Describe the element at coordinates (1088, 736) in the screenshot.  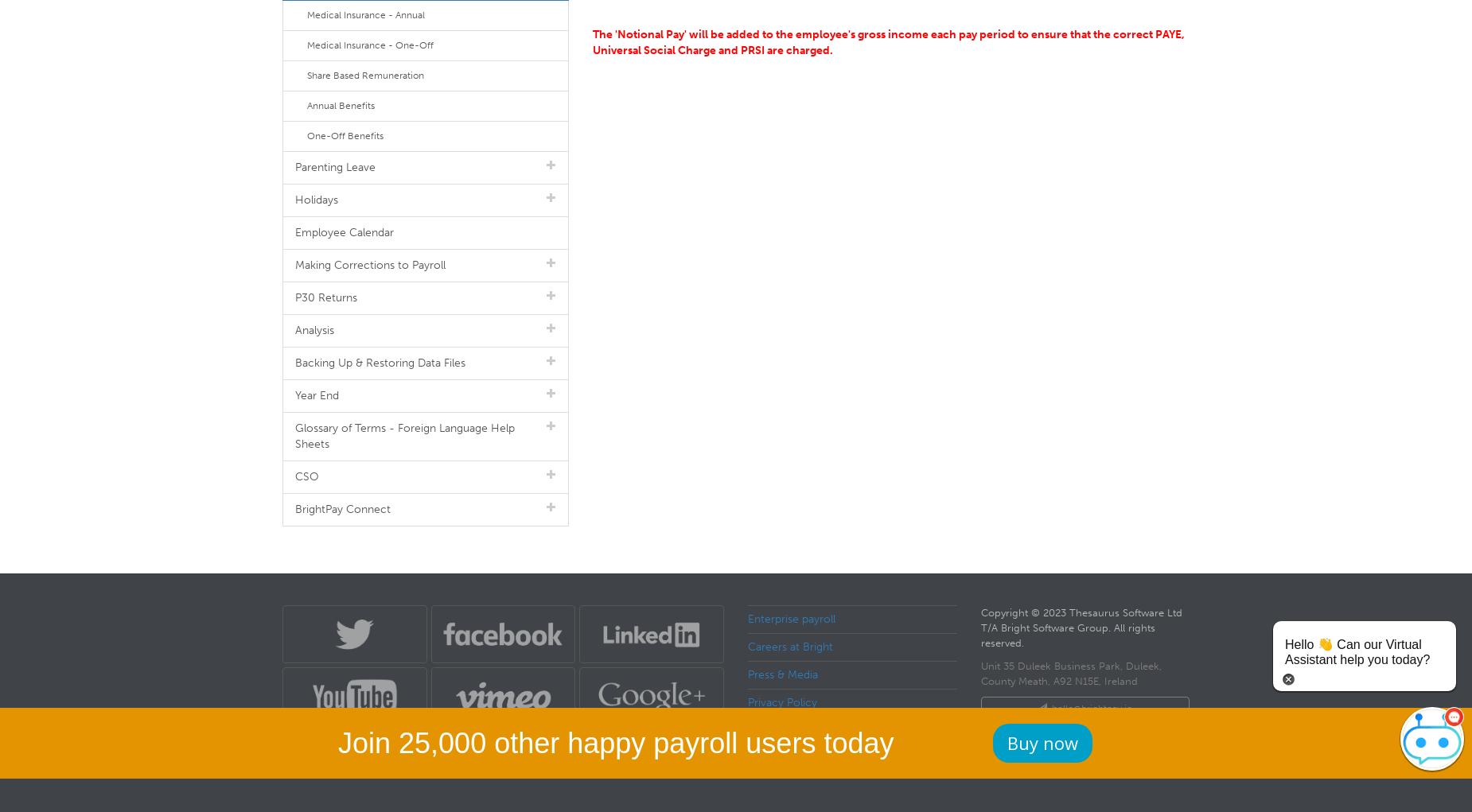
I see `'01 8352074'` at that location.